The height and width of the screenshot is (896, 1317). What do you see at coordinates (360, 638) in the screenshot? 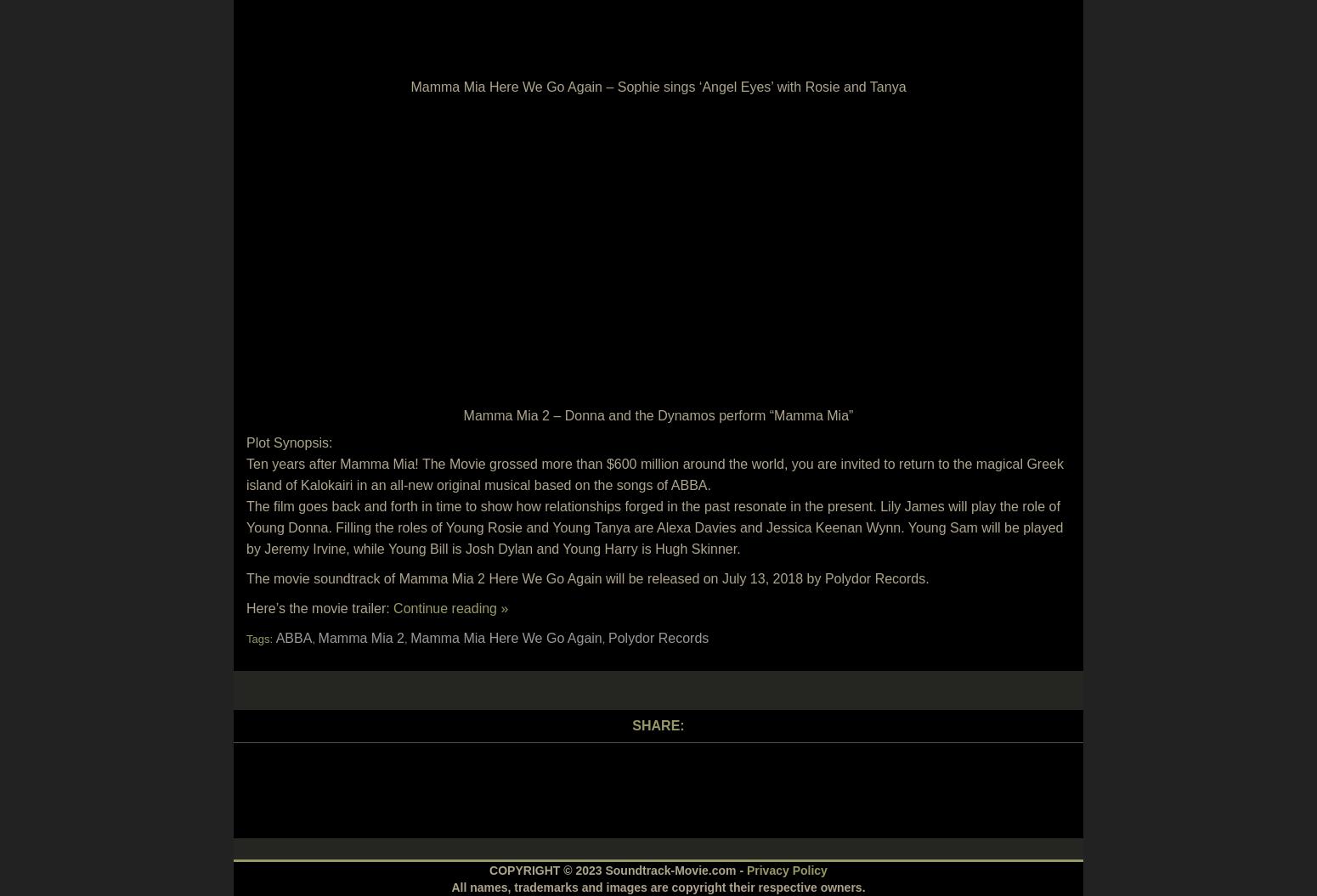
I see `'Mamma Mia 2'` at bounding box center [360, 638].